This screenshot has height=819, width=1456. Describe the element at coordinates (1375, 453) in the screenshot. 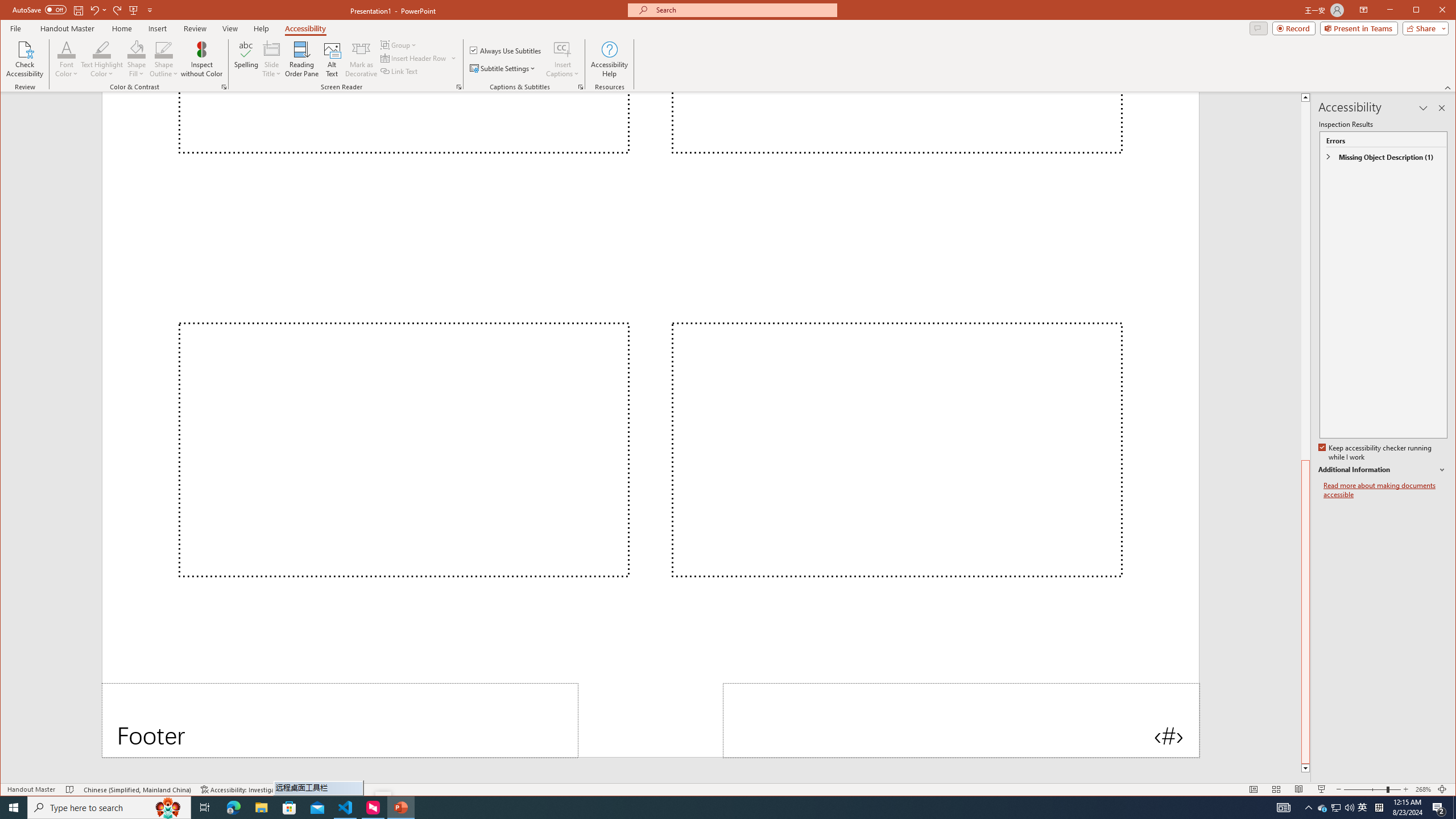

I see `'Keep accessibility checker running while I work'` at that location.